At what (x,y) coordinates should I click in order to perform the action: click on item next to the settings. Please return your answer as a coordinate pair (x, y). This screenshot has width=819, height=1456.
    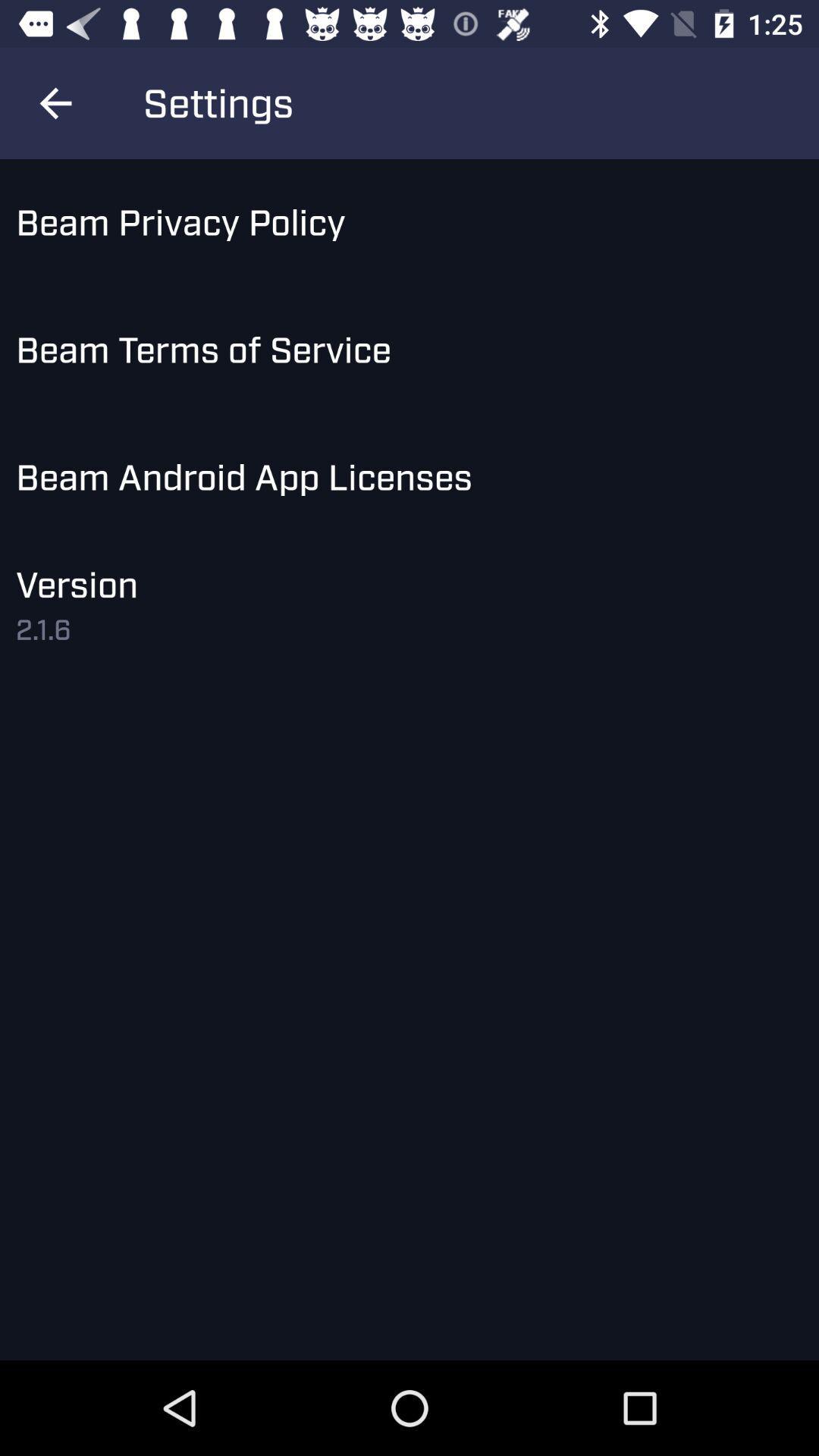
    Looking at the image, I should click on (55, 102).